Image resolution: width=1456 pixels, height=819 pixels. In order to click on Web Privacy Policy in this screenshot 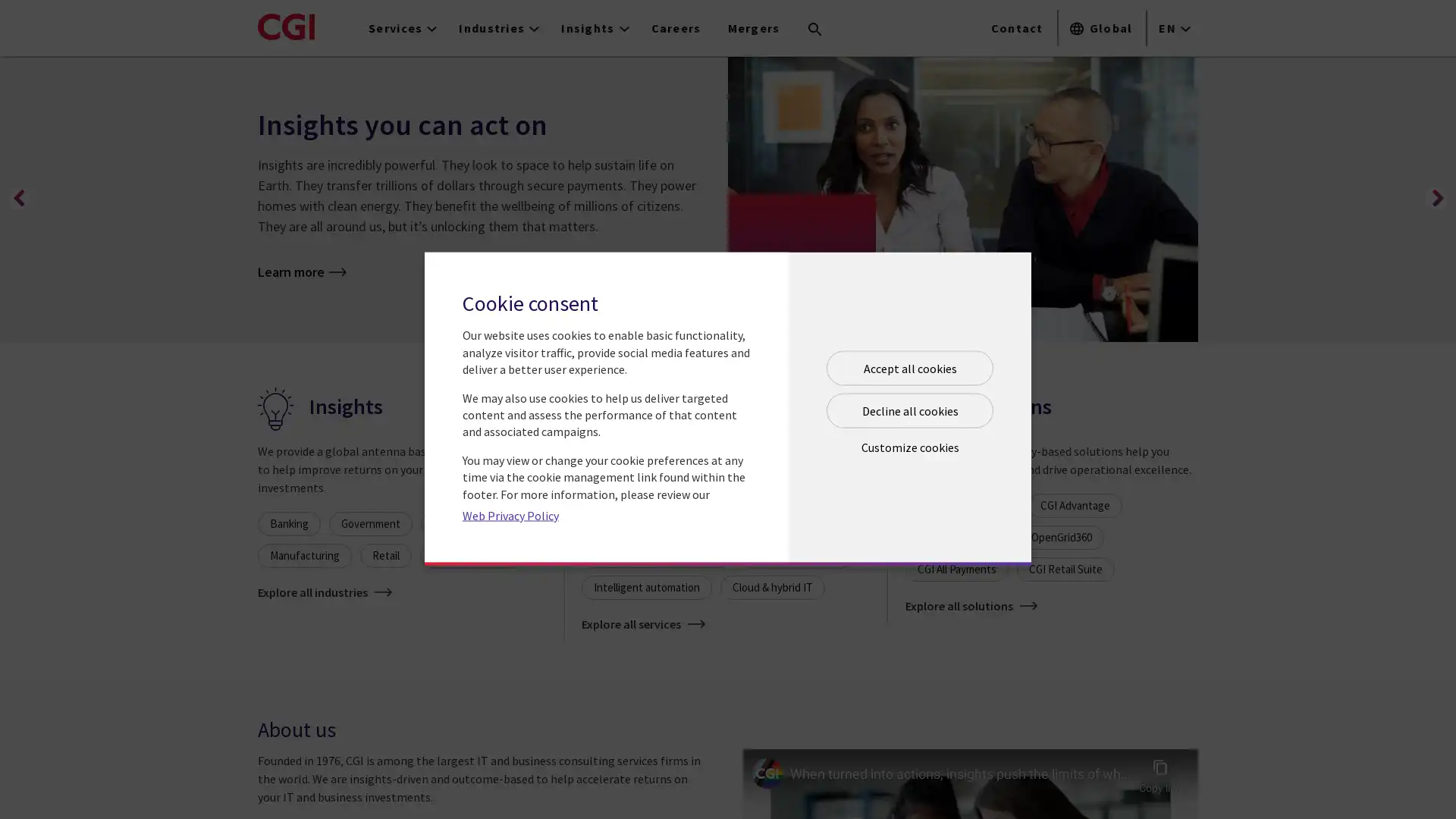, I will do `click(510, 513)`.